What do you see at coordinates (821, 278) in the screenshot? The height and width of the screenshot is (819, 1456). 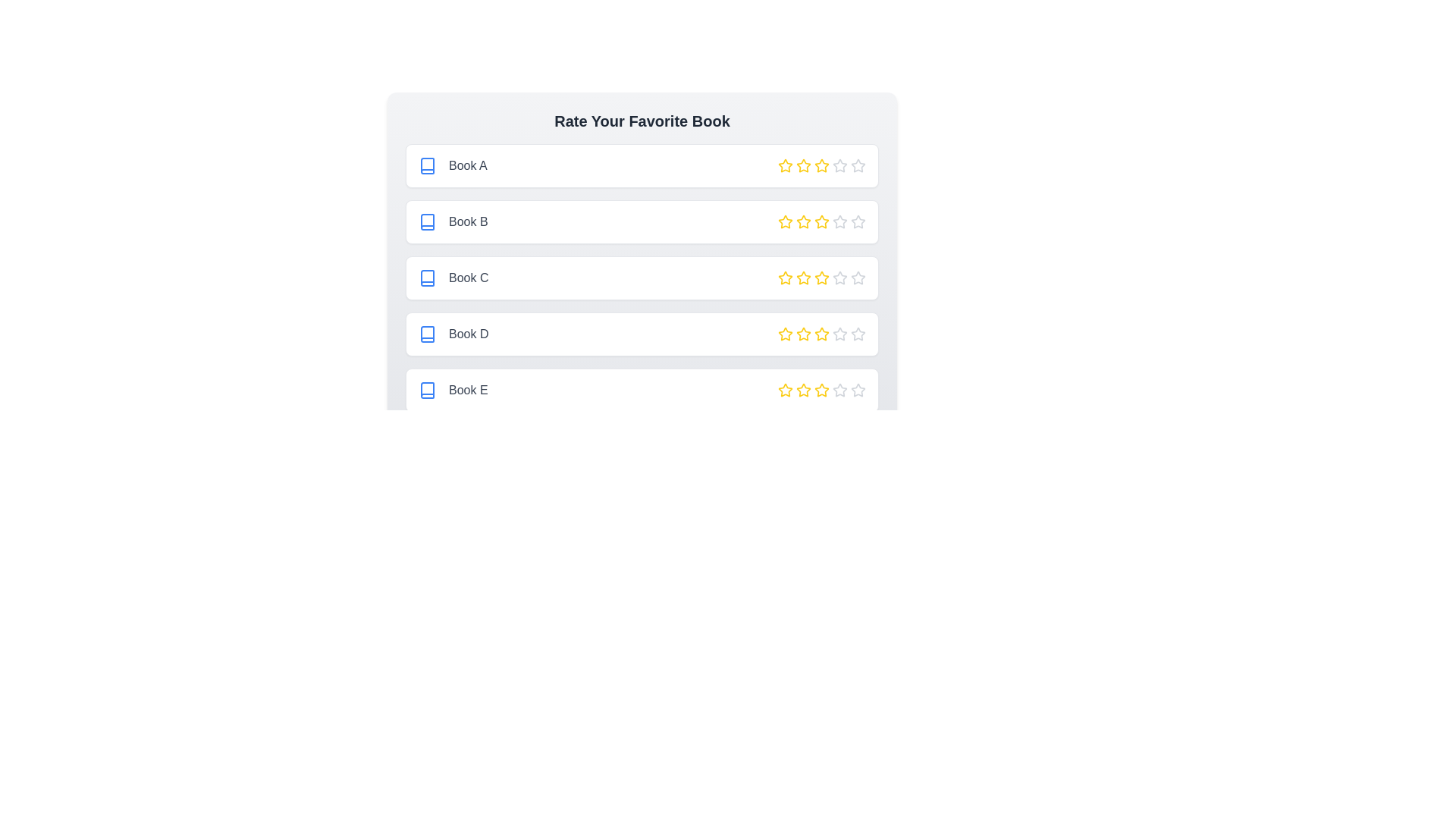 I see `the star corresponding to 3 stars for the book titled Book C` at bounding box center [821, 278].